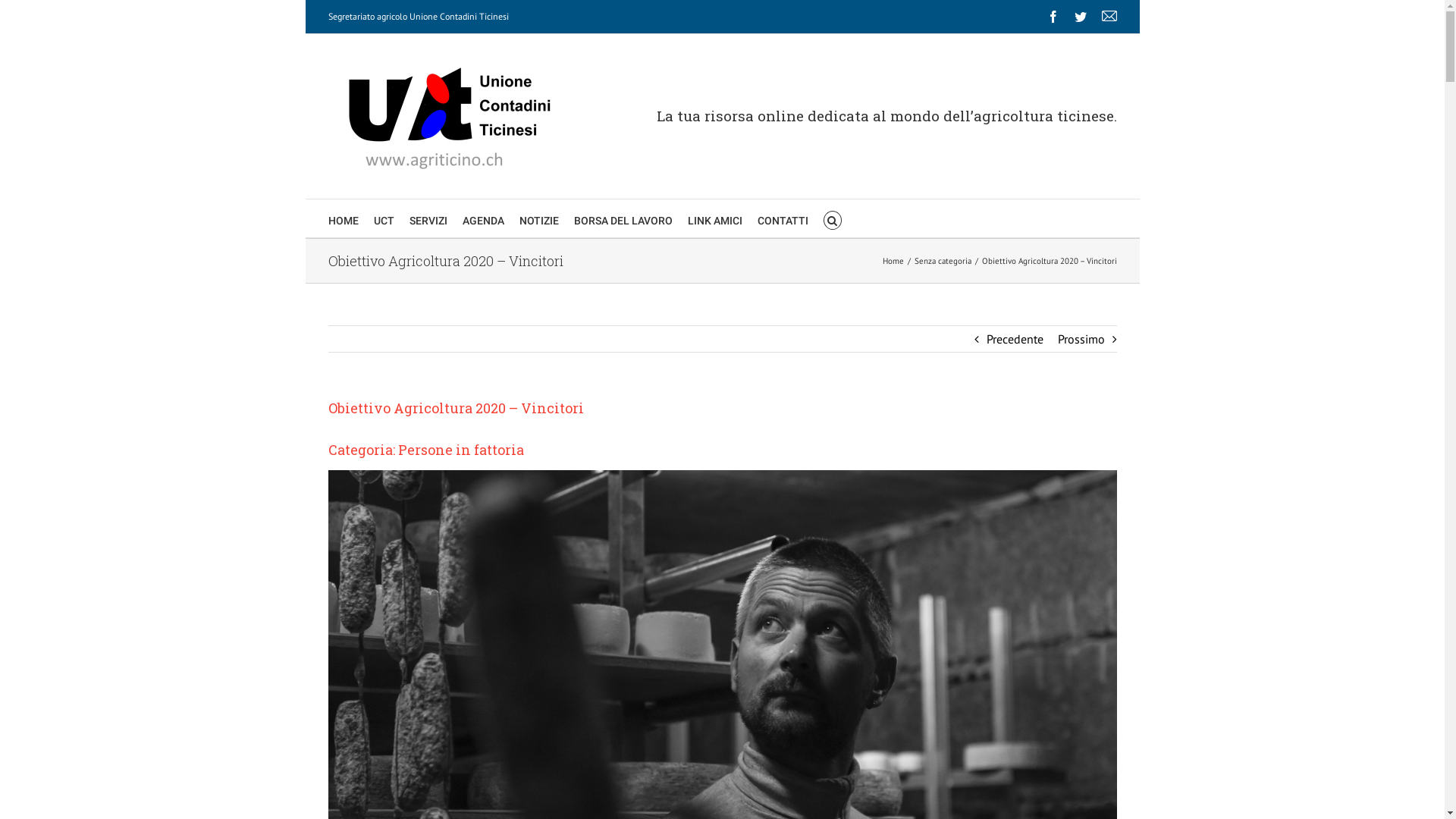  Describe the element at coordinates (1014, 338) in the screenshot. I see `'Precedente'` at that location.